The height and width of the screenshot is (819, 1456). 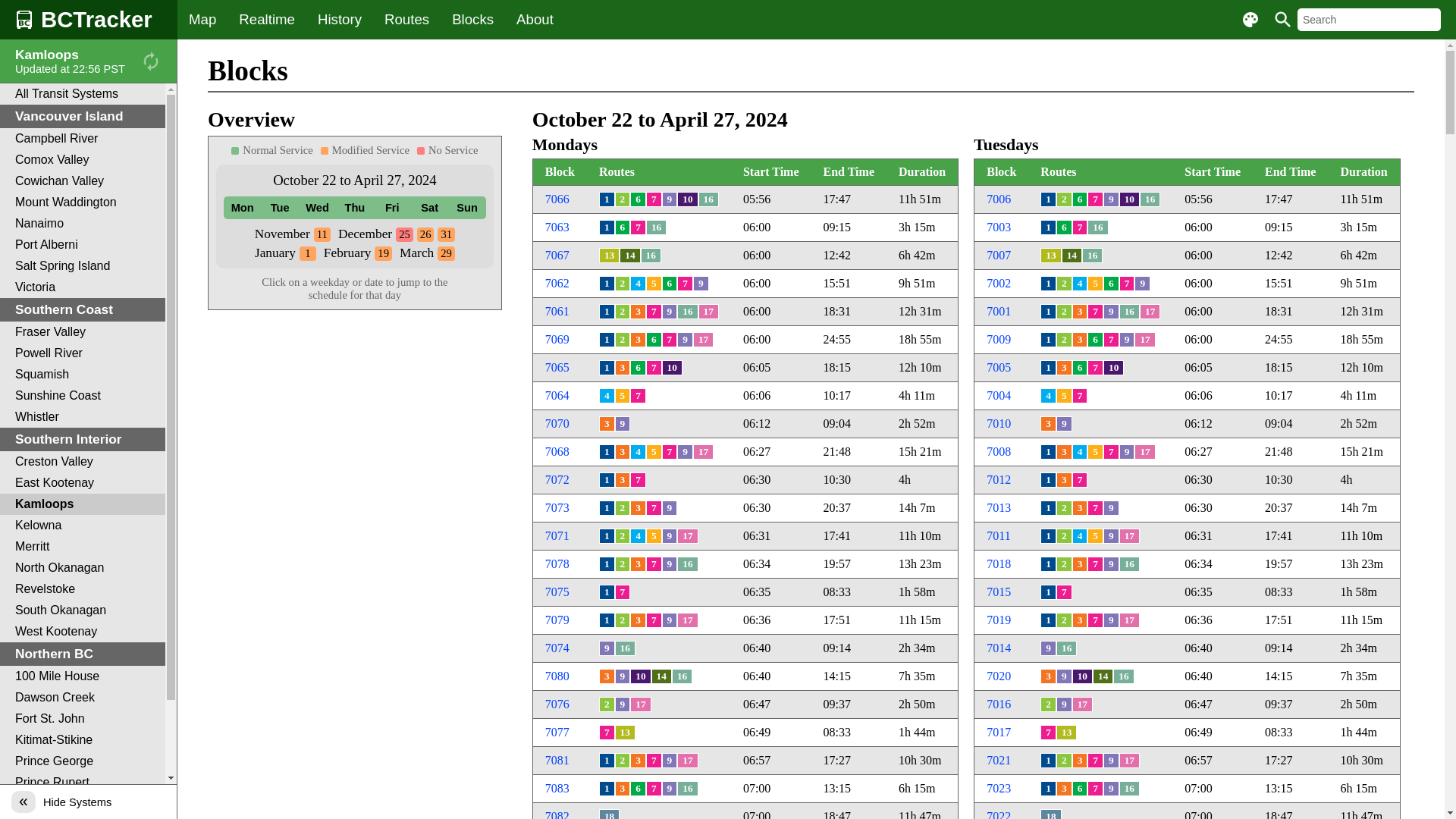 I want to click on '2', so click(x=615, y=198).